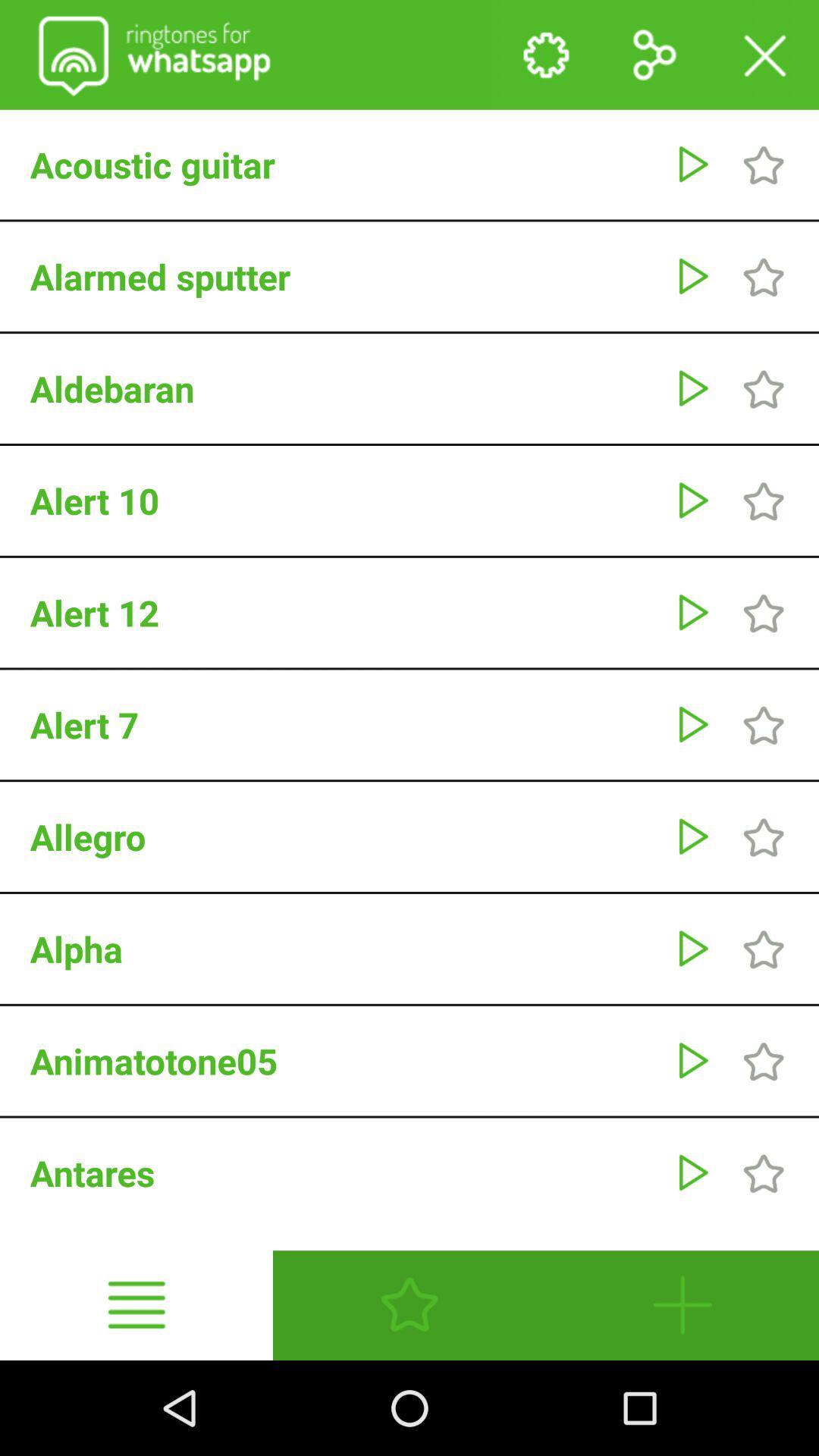 Image resolution: width=819 pixels, height=1456 pixels. I want to click on the allegro app, so click(344, 836).